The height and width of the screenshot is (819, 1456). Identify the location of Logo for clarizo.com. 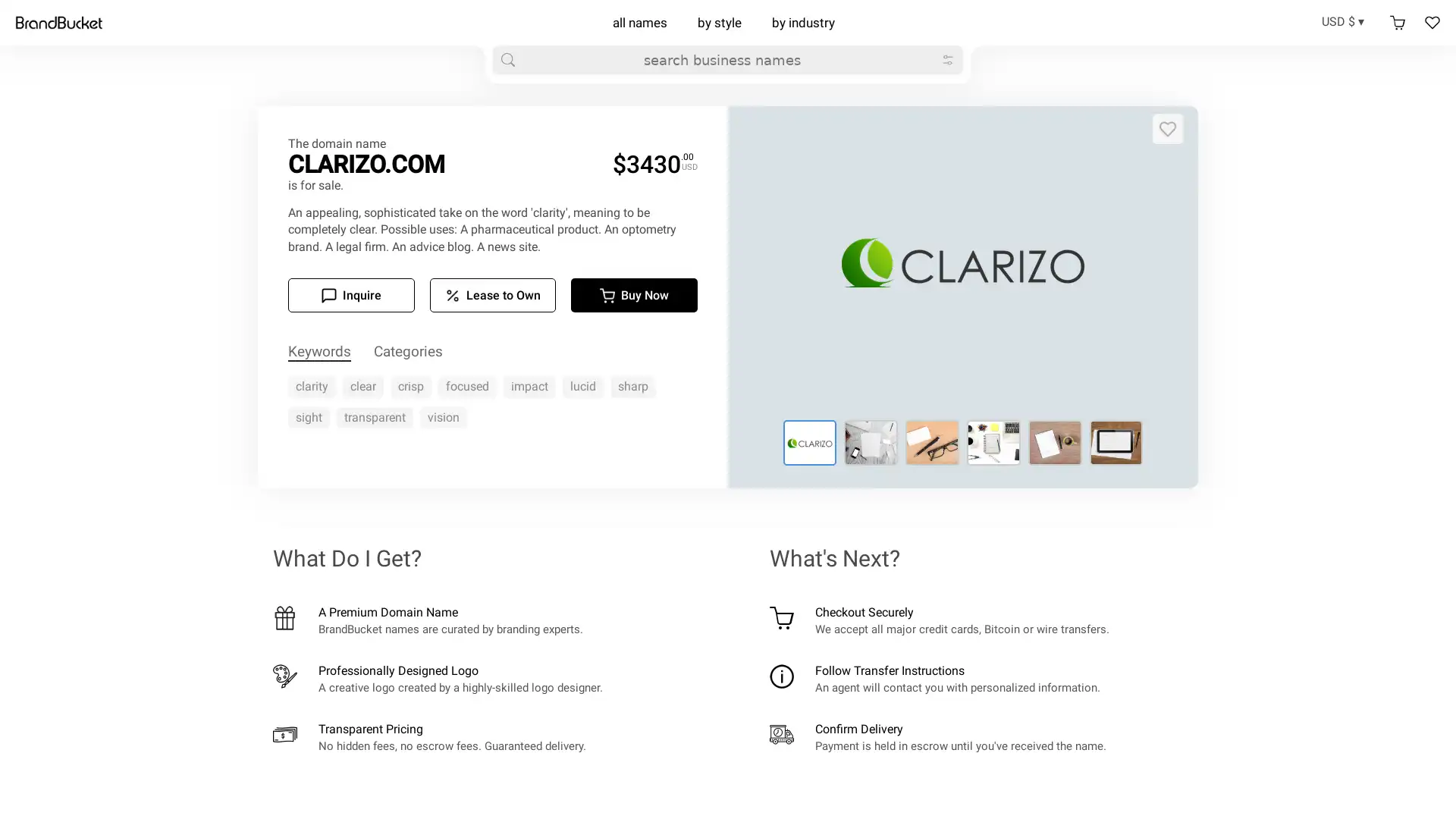
(1053, 442).